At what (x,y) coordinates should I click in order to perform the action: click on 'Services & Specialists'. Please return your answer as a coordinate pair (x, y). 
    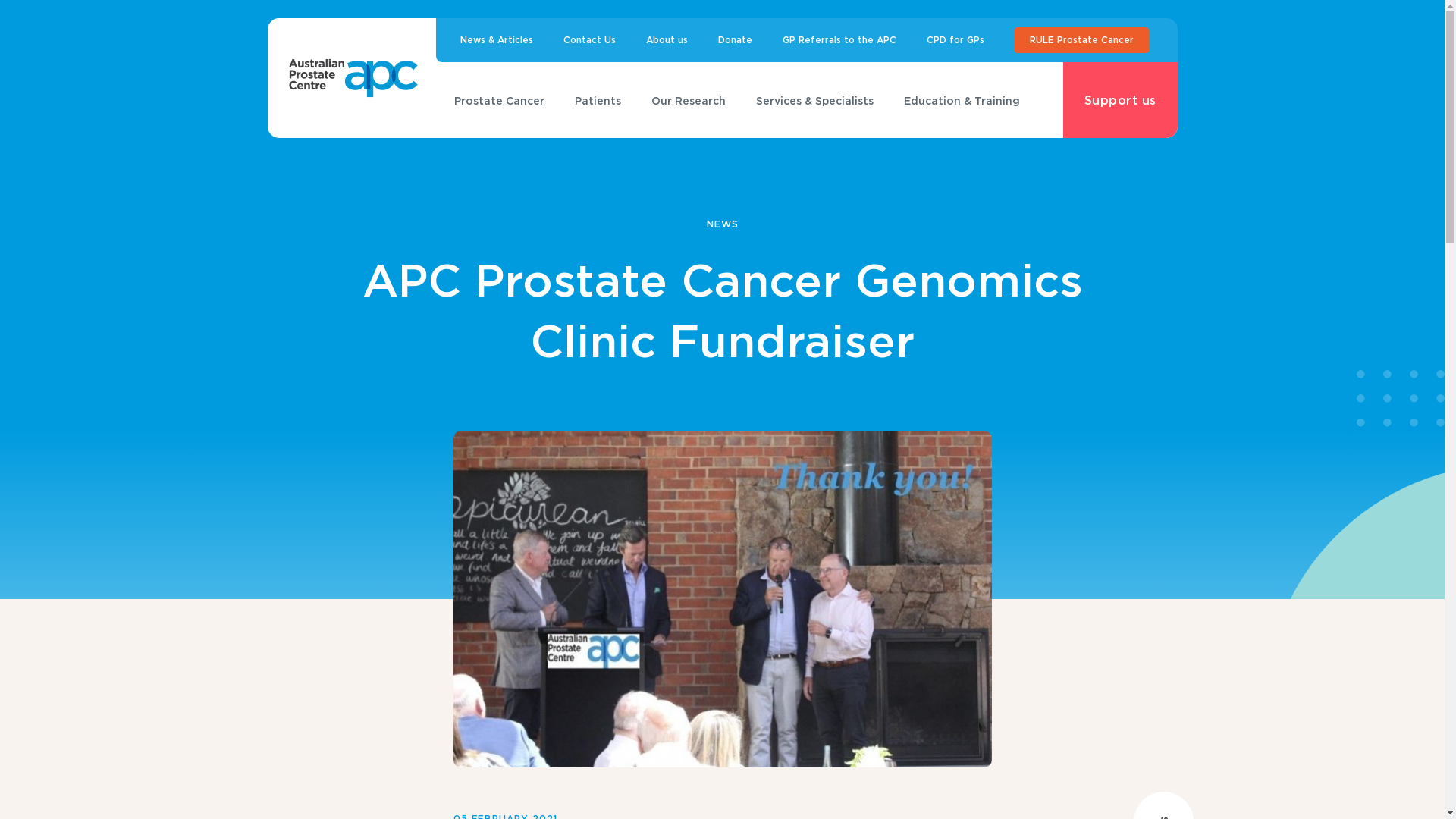
    Looking at the image, I should click on (736, 100).